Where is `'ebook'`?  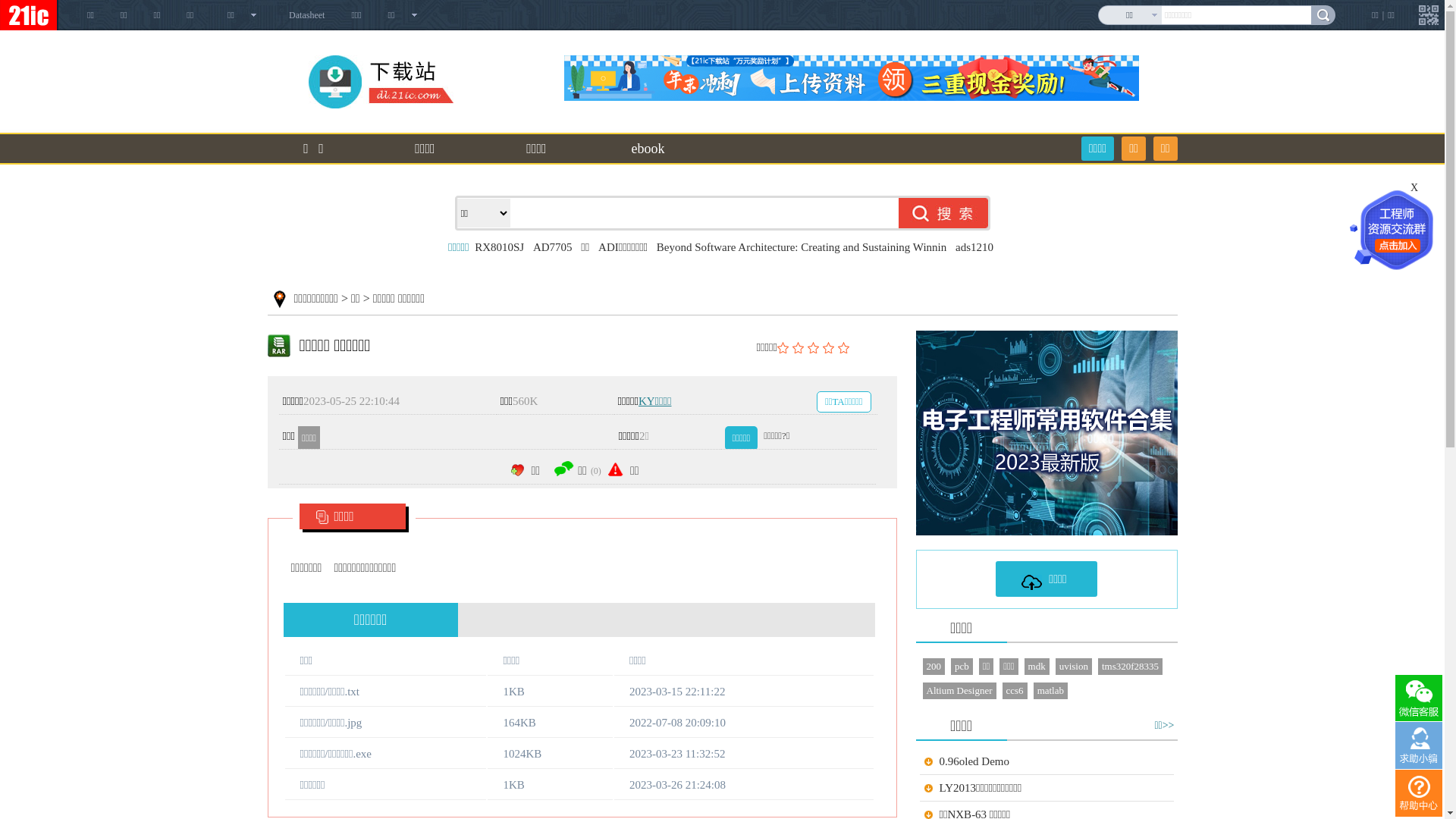
'ebook' is located at coordinates (601, 149).